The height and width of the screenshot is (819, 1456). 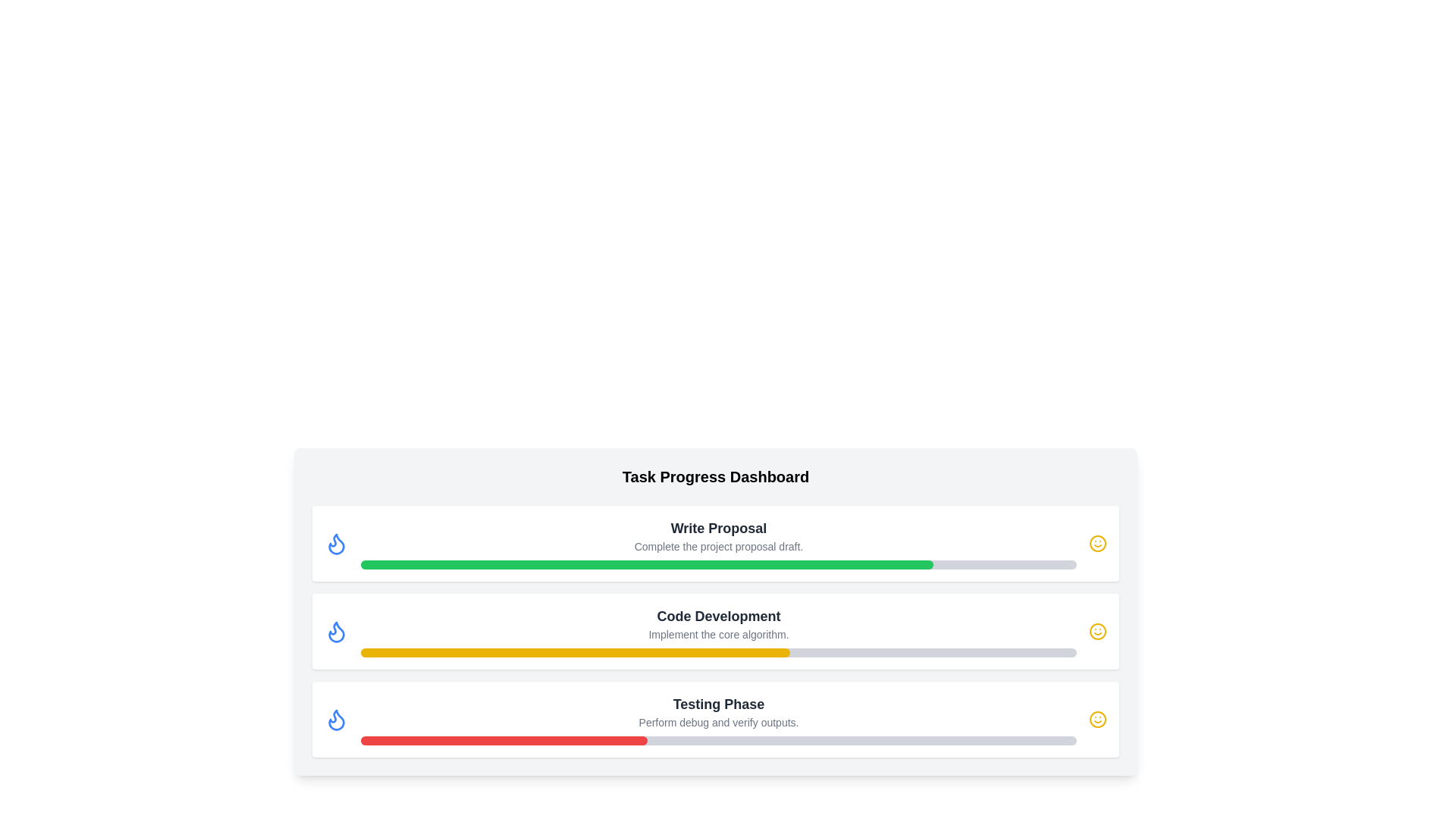 I want to click on the positivity icon located on the far right of the second card in the Task Progress Dashboard, next to the progress bar and the text 'Implement the core algorithm', so click(x=1098, y=632).